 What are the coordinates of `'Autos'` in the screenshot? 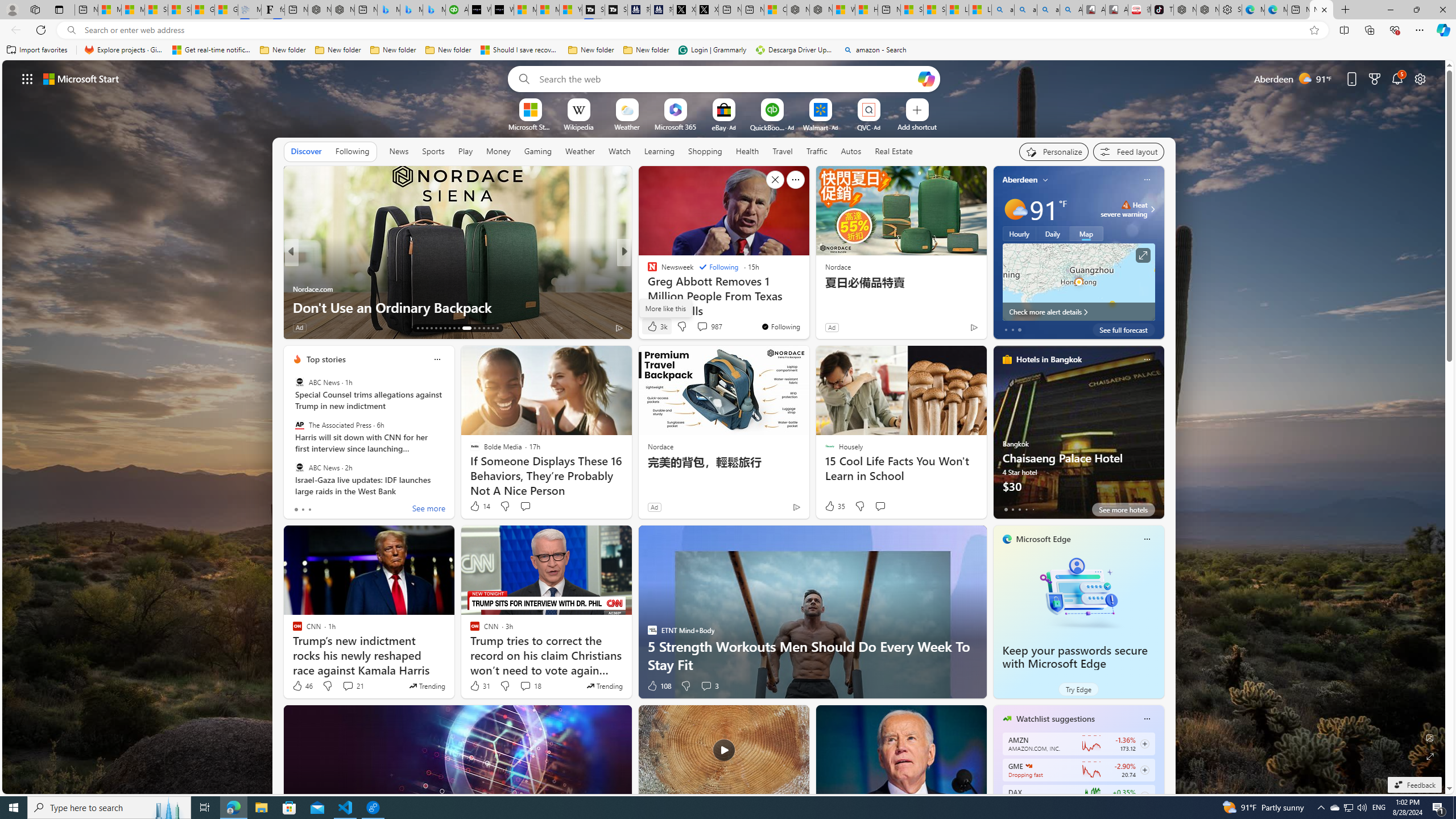 It's located at (851, 151).